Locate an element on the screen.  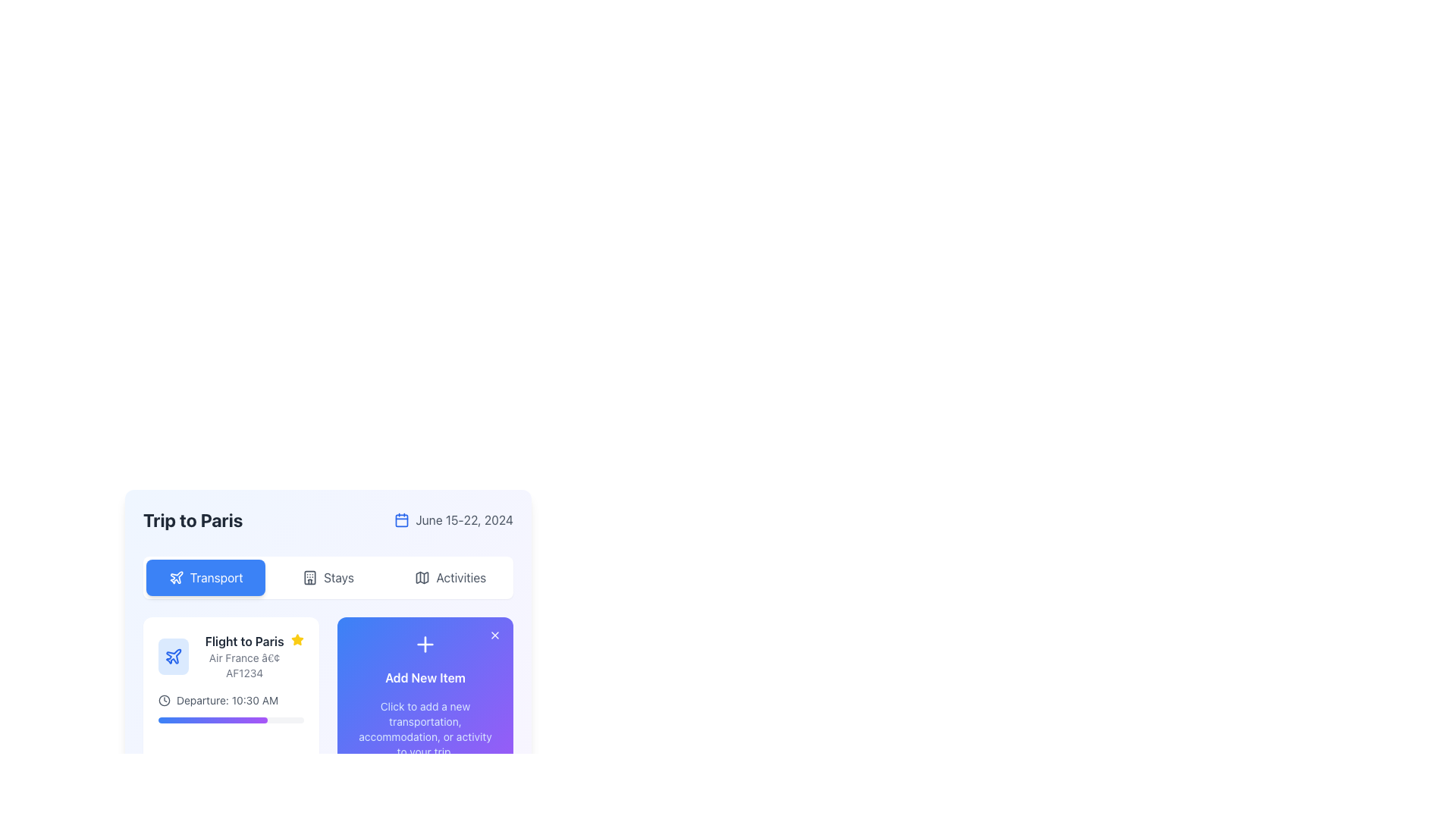
the clock-shaped icon located on the left side of the text 'Departure: 10:30 AM' in the transport card section of the trip planner interface is located at coordinates (164, 701).